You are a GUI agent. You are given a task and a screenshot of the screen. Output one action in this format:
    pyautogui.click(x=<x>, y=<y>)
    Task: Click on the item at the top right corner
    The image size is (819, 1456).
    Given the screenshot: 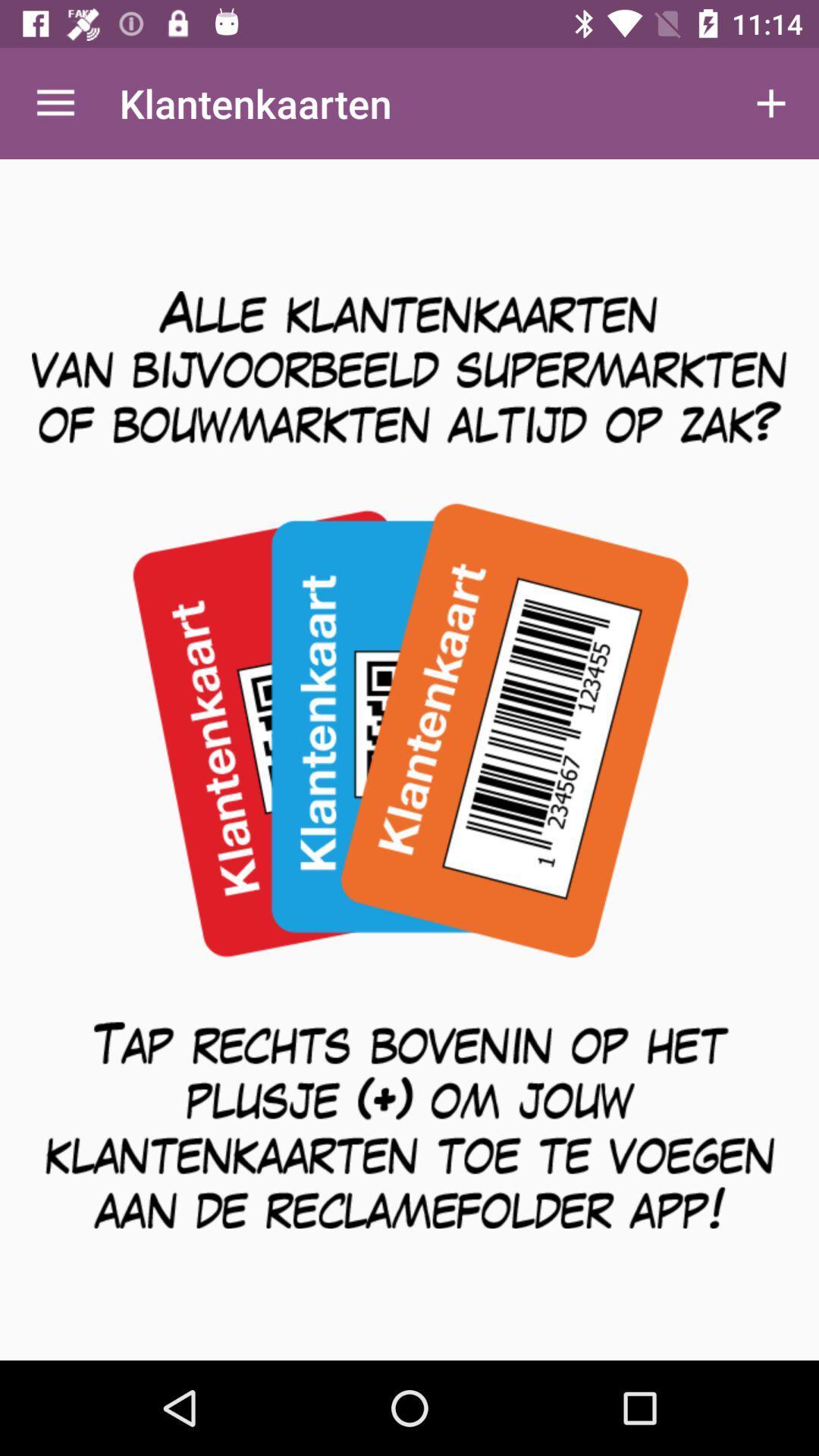 What is the action you would take?
    pyautogui.click(x=771, y=102)
    